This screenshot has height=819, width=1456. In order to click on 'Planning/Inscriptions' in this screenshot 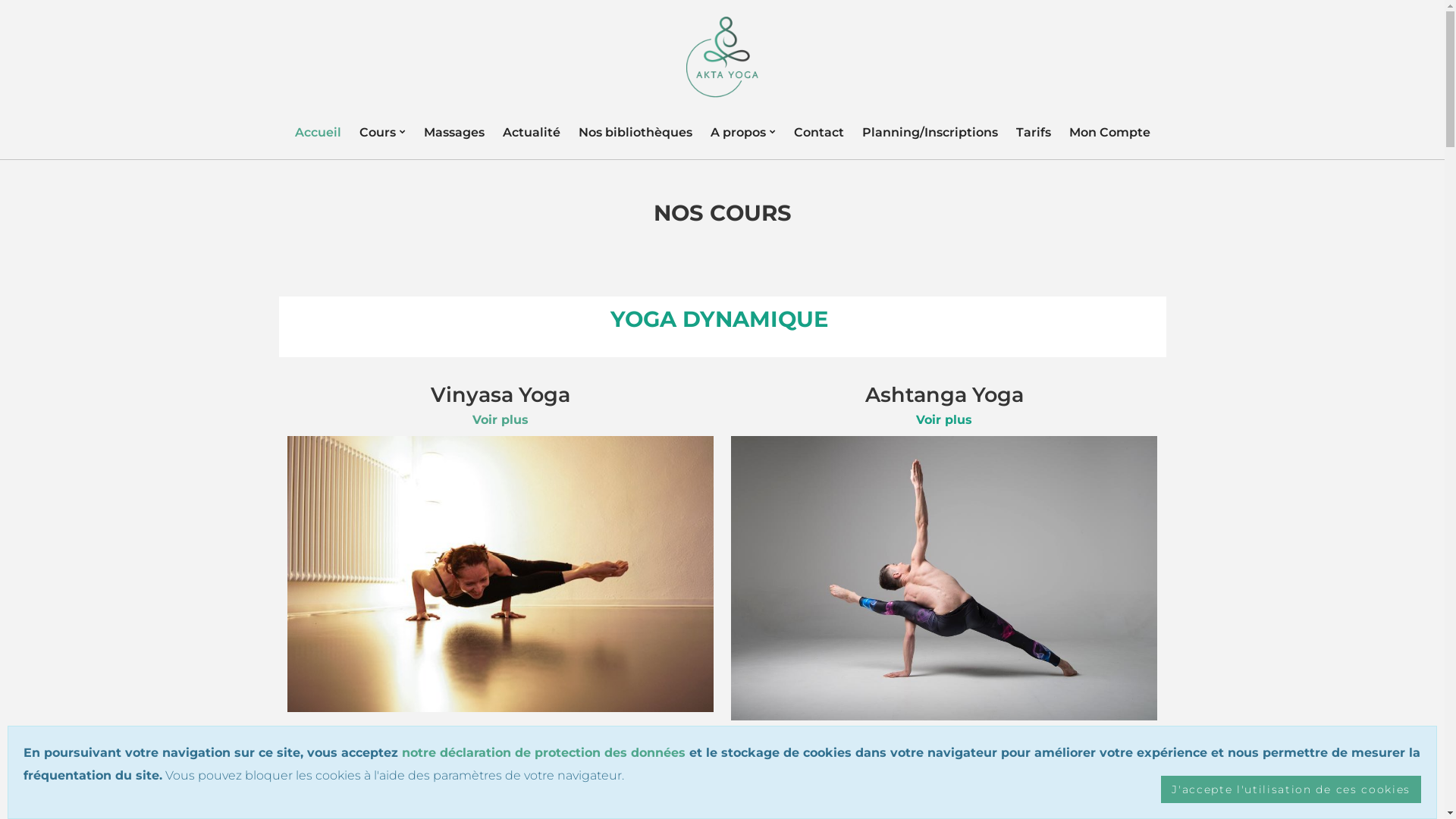, I will do `click(854, 131)`.